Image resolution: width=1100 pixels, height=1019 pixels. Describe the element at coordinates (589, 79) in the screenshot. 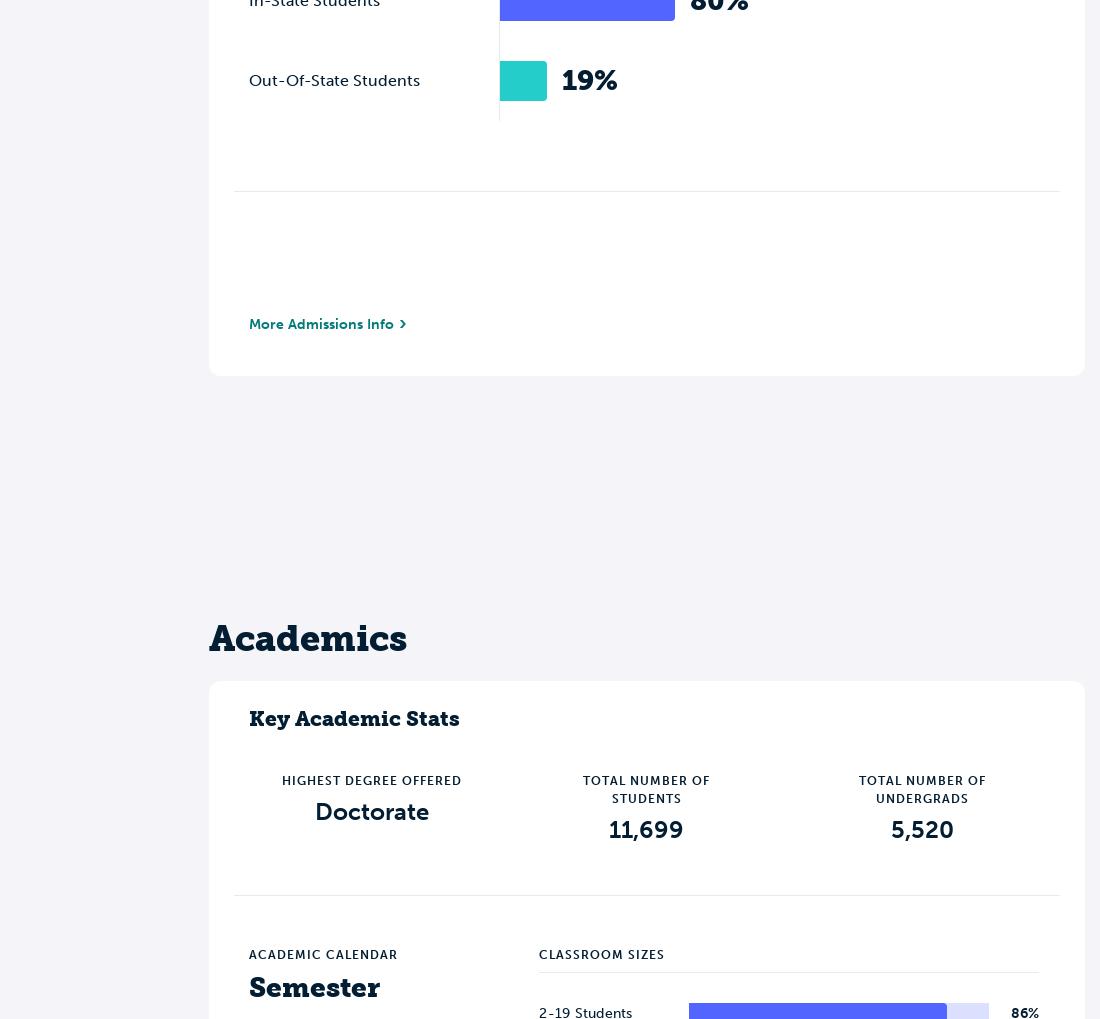

I see `'19%'` at that location.